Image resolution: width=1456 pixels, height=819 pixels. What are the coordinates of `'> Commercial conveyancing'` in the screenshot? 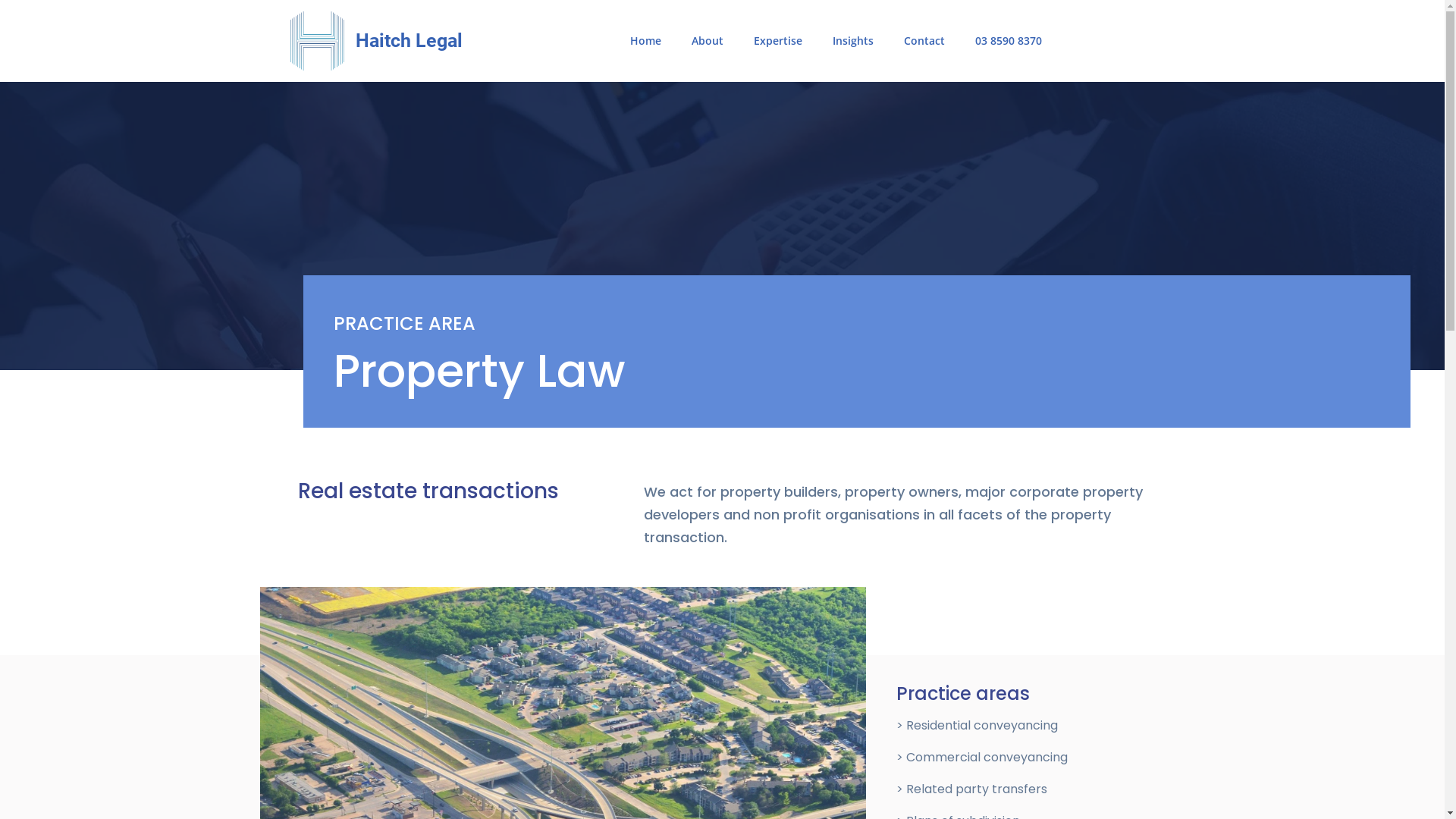 It's located at (982, 757).